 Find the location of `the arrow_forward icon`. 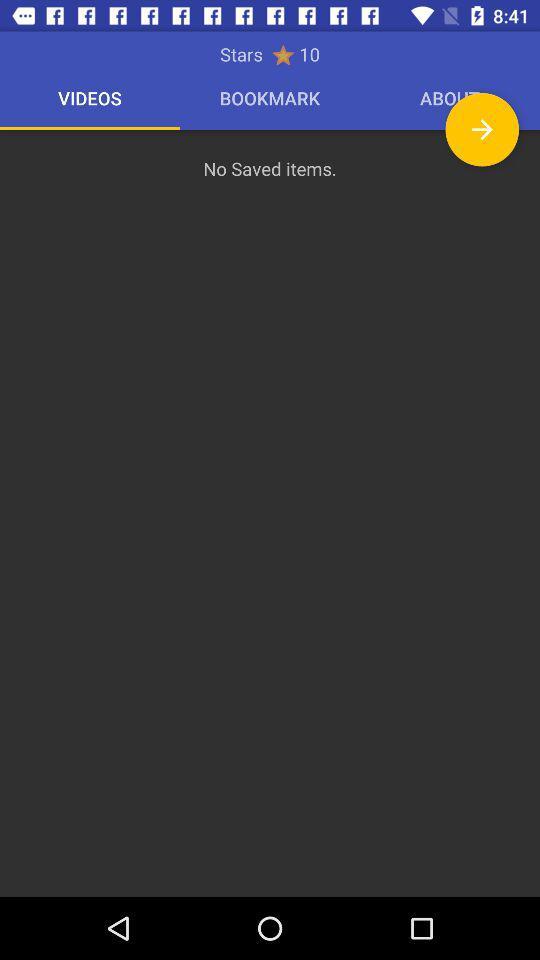

the arrow_forward icon is located at coordinates (481, 128).